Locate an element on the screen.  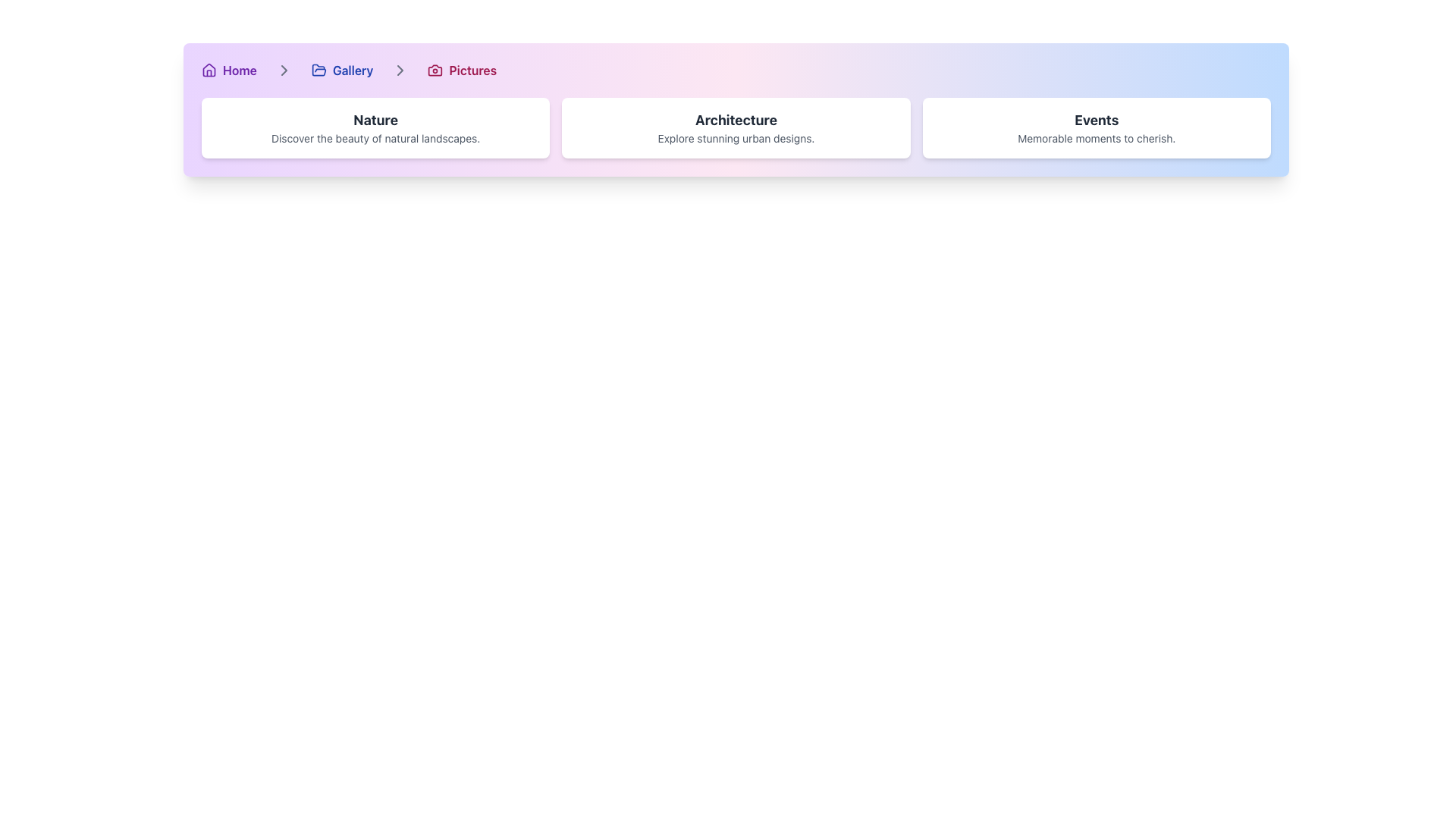
the camera icon located to the left of the 'Pictures' text in the breadcrumb navigation bar is located at coordinates (435, 70).